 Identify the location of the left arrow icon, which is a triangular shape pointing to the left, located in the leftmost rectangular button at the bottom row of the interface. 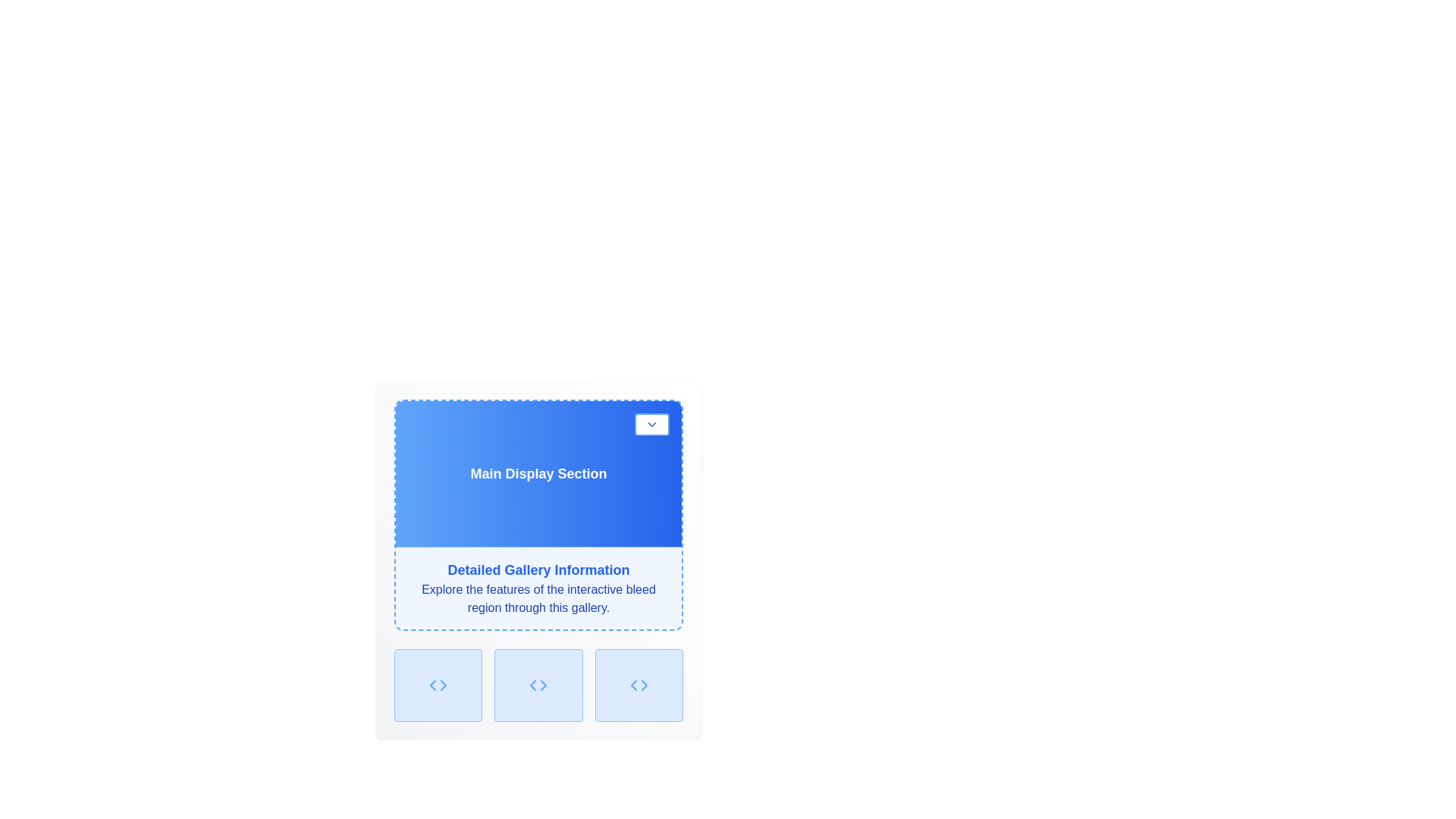
(633, 685).